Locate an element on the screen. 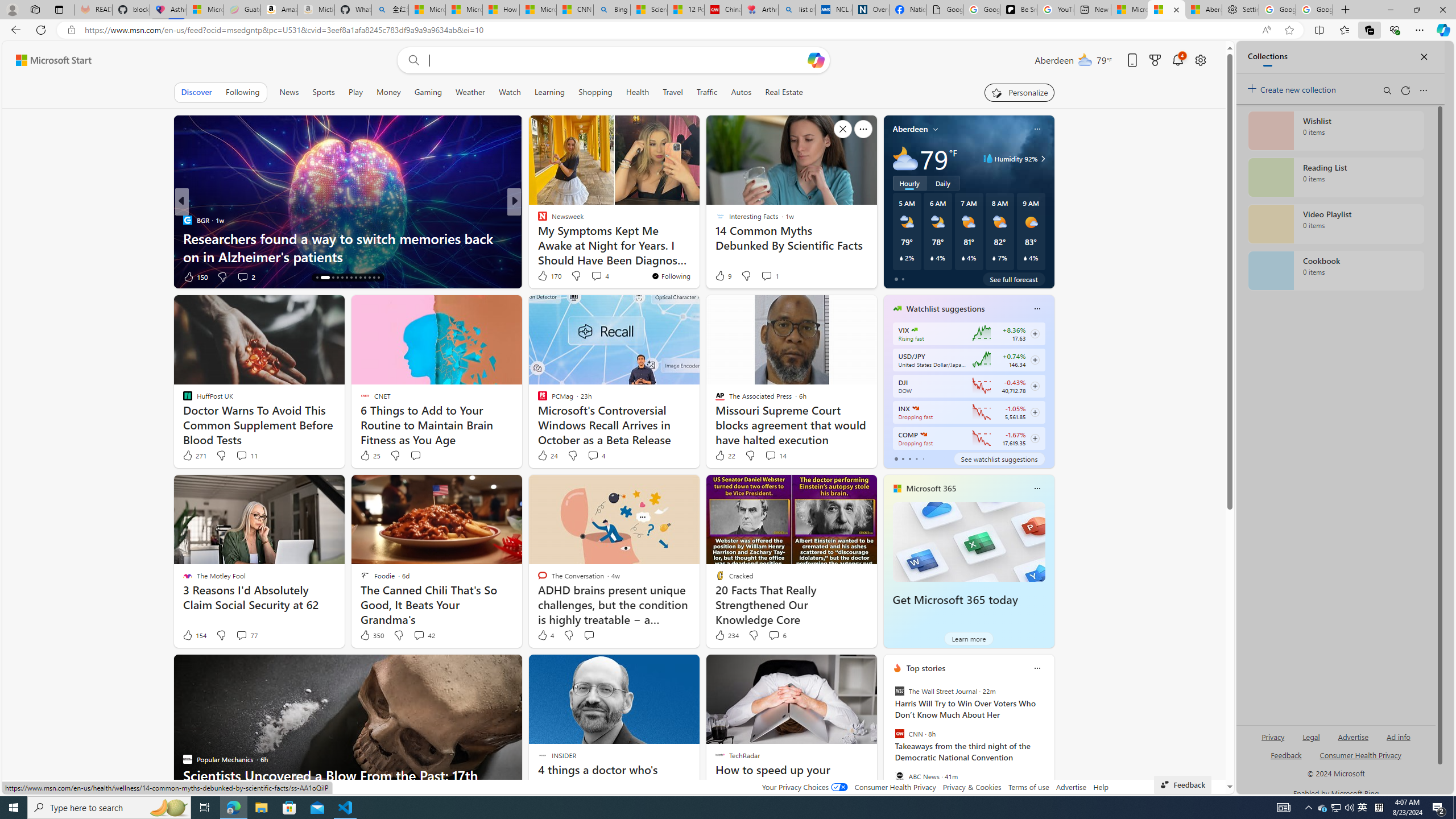  'AutomationID: tab-18' is located at coordinates (341, 277).